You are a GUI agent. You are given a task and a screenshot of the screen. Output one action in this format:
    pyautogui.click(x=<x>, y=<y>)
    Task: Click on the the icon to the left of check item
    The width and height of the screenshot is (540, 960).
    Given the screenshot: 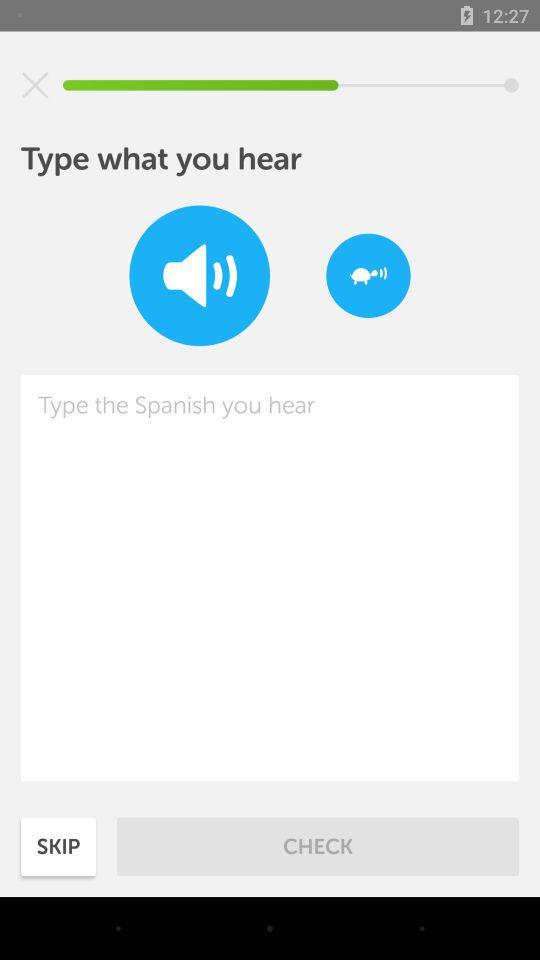 What is the action you would take?
    pyautogui.click(x=58, y=845)
    